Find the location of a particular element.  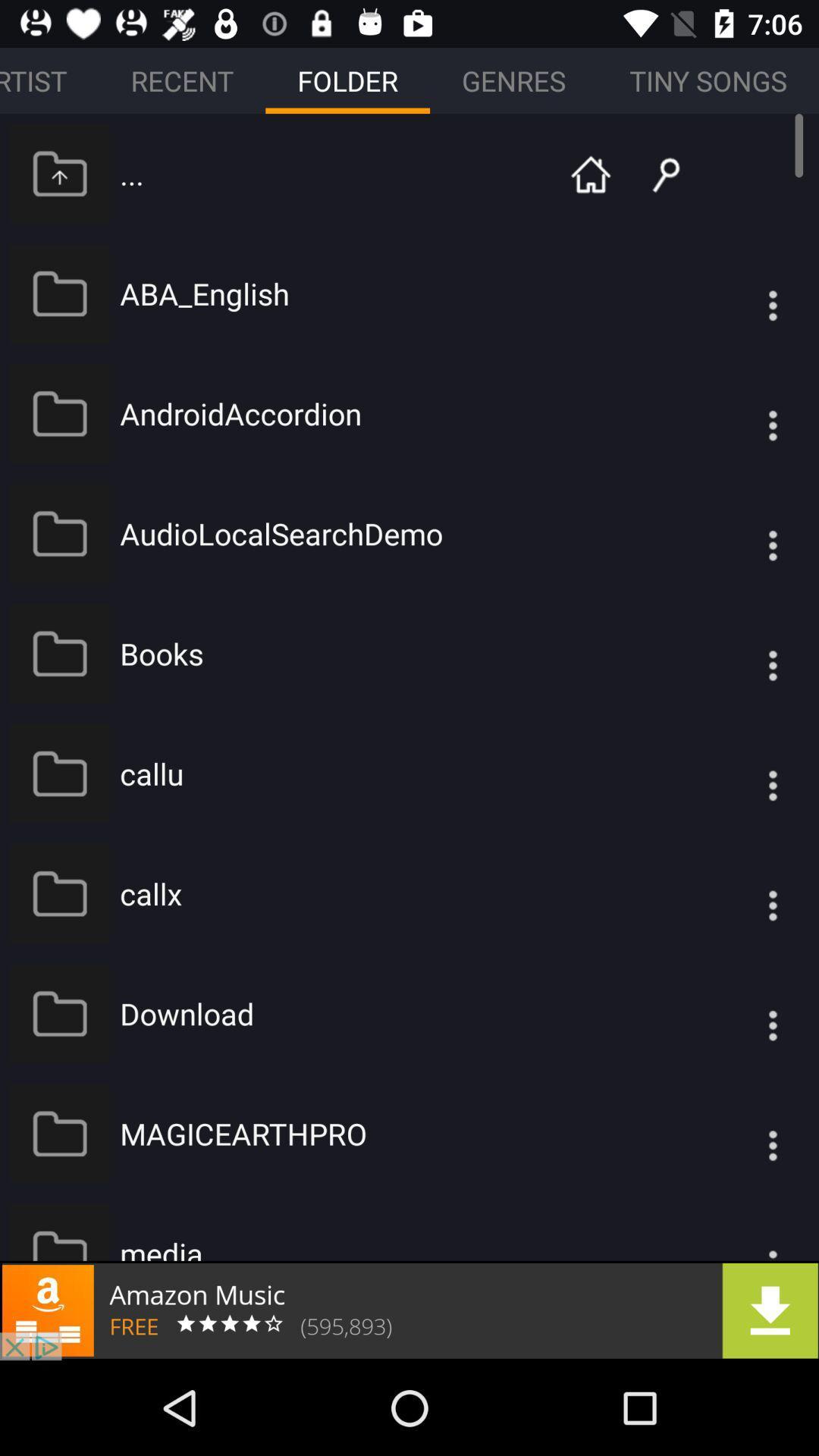

show folder options is located at coordinates (742, 1134).